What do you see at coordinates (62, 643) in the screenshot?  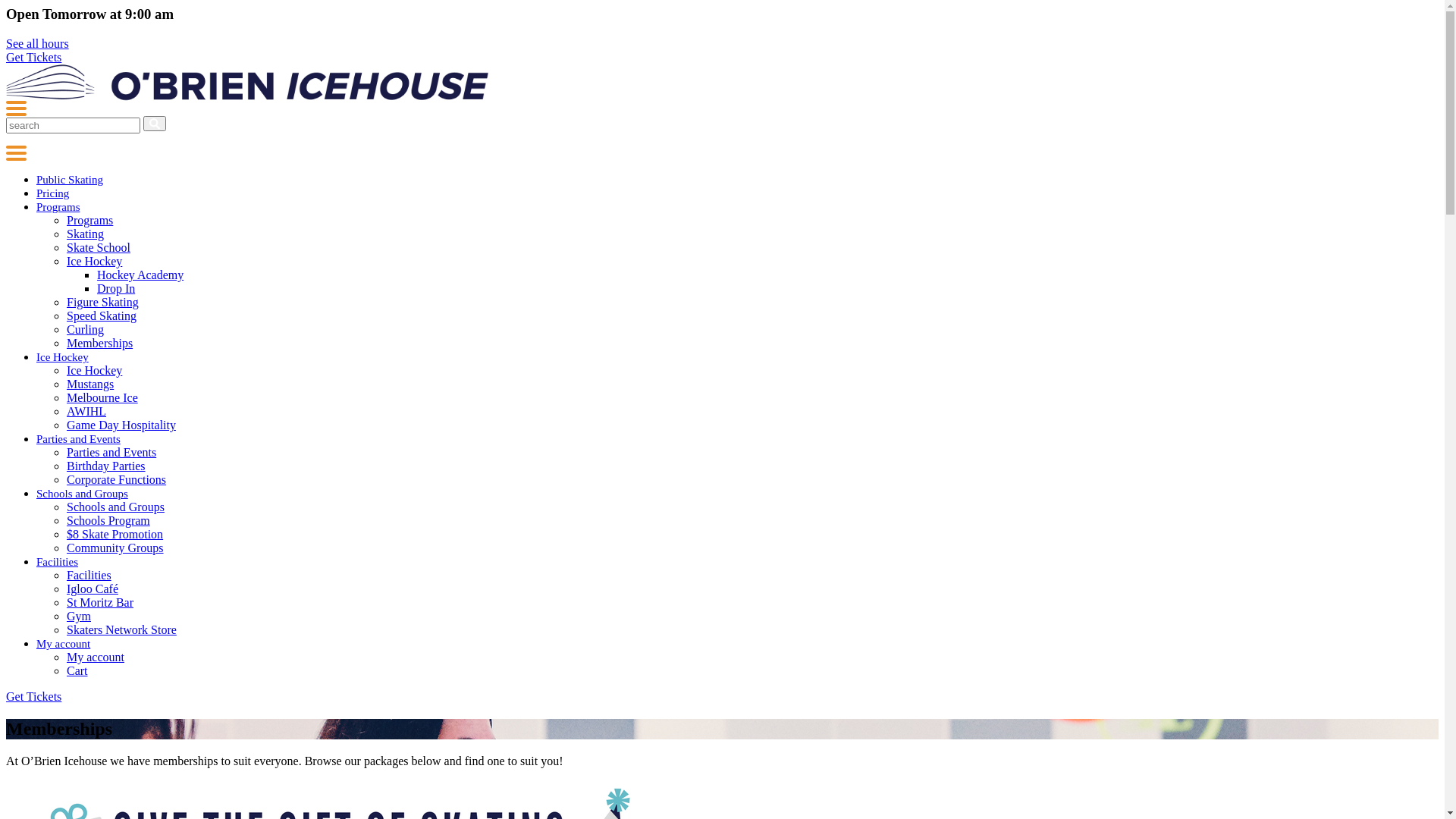 I see `'My account'` at bounding box center [62, 643].